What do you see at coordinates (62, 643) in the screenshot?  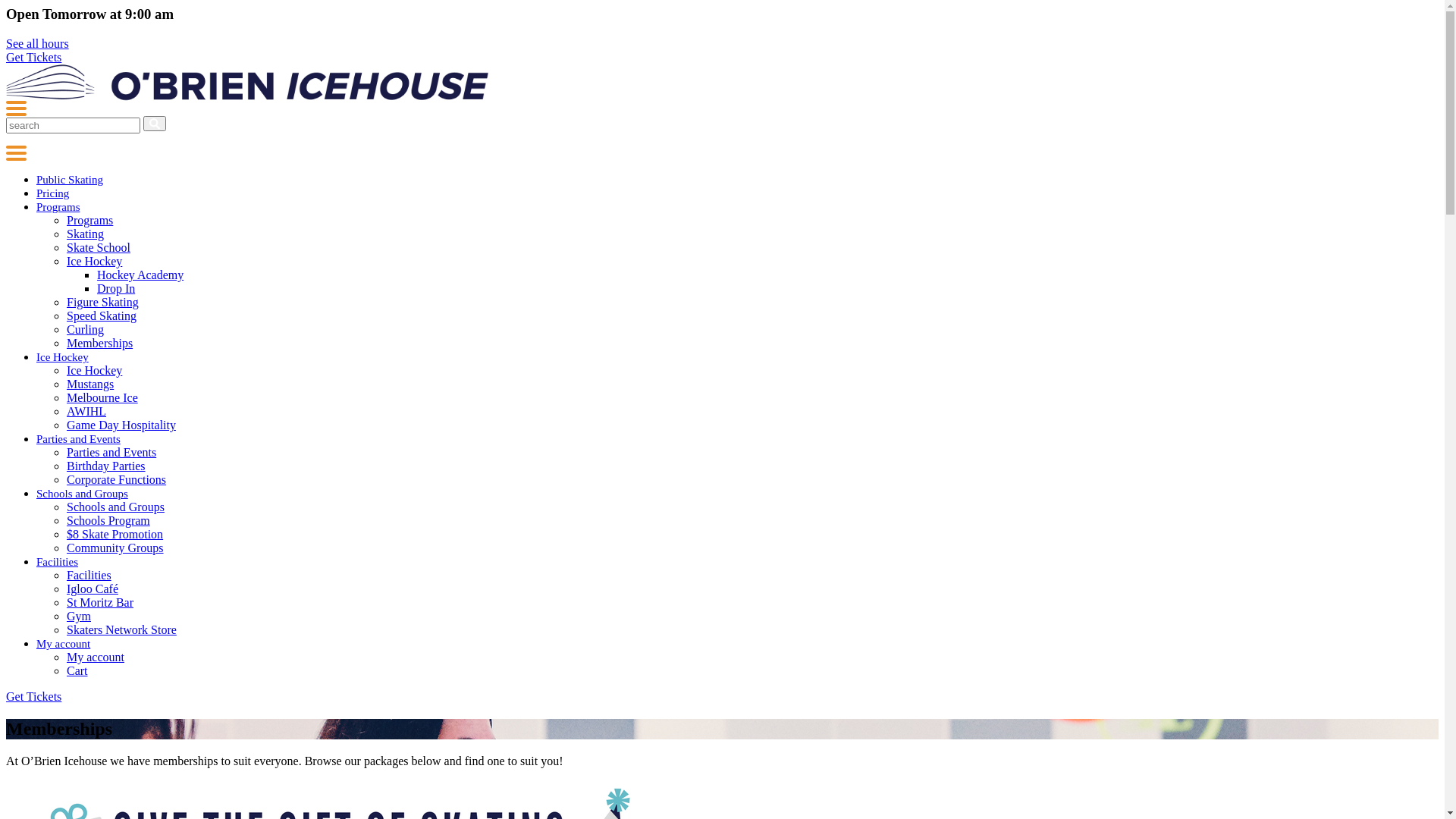 I see `'My account'` at bounding box center [62, 643].